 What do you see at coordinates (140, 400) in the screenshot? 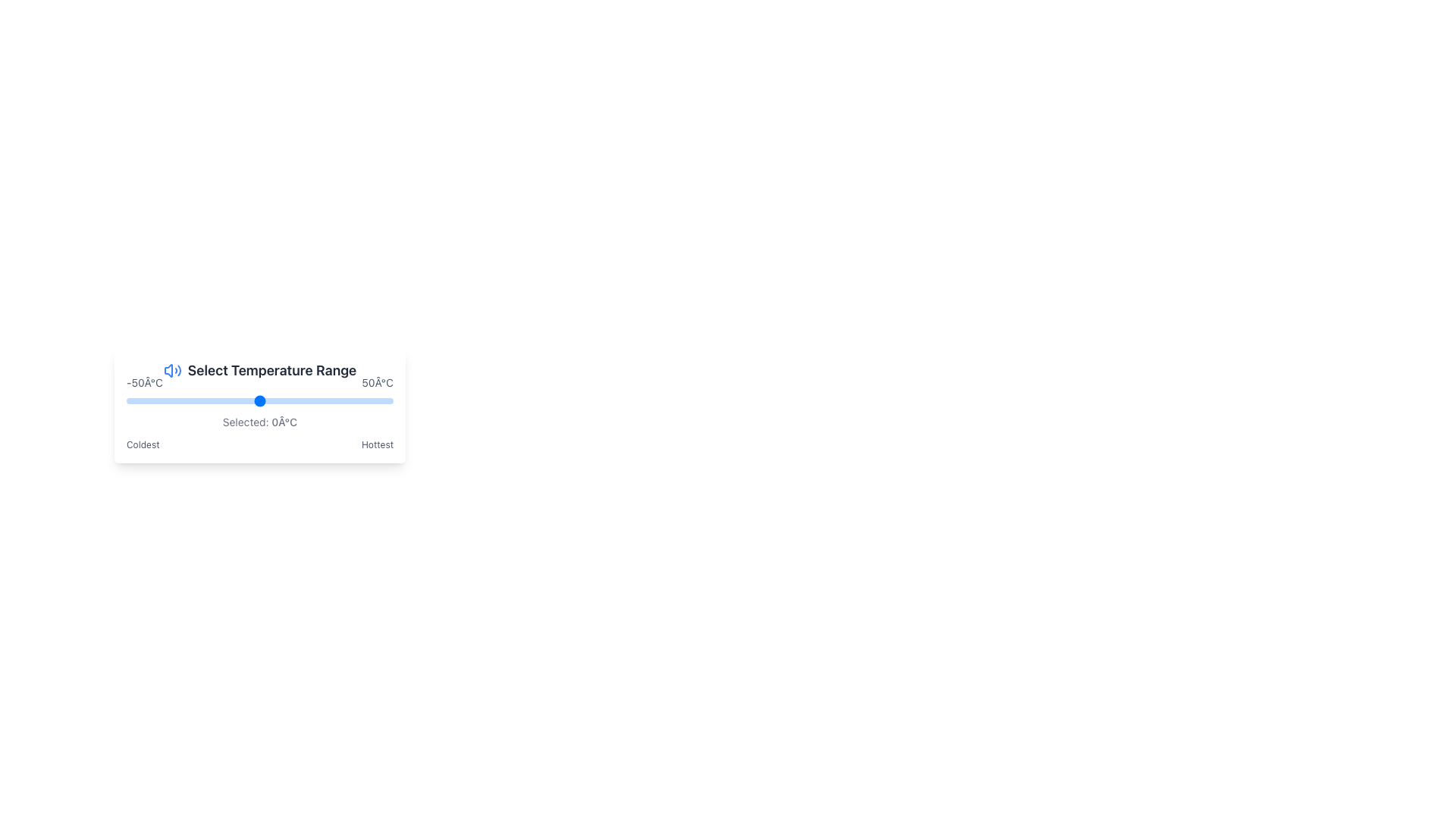
I see `the temperature range` at bounding box center [140, 400].